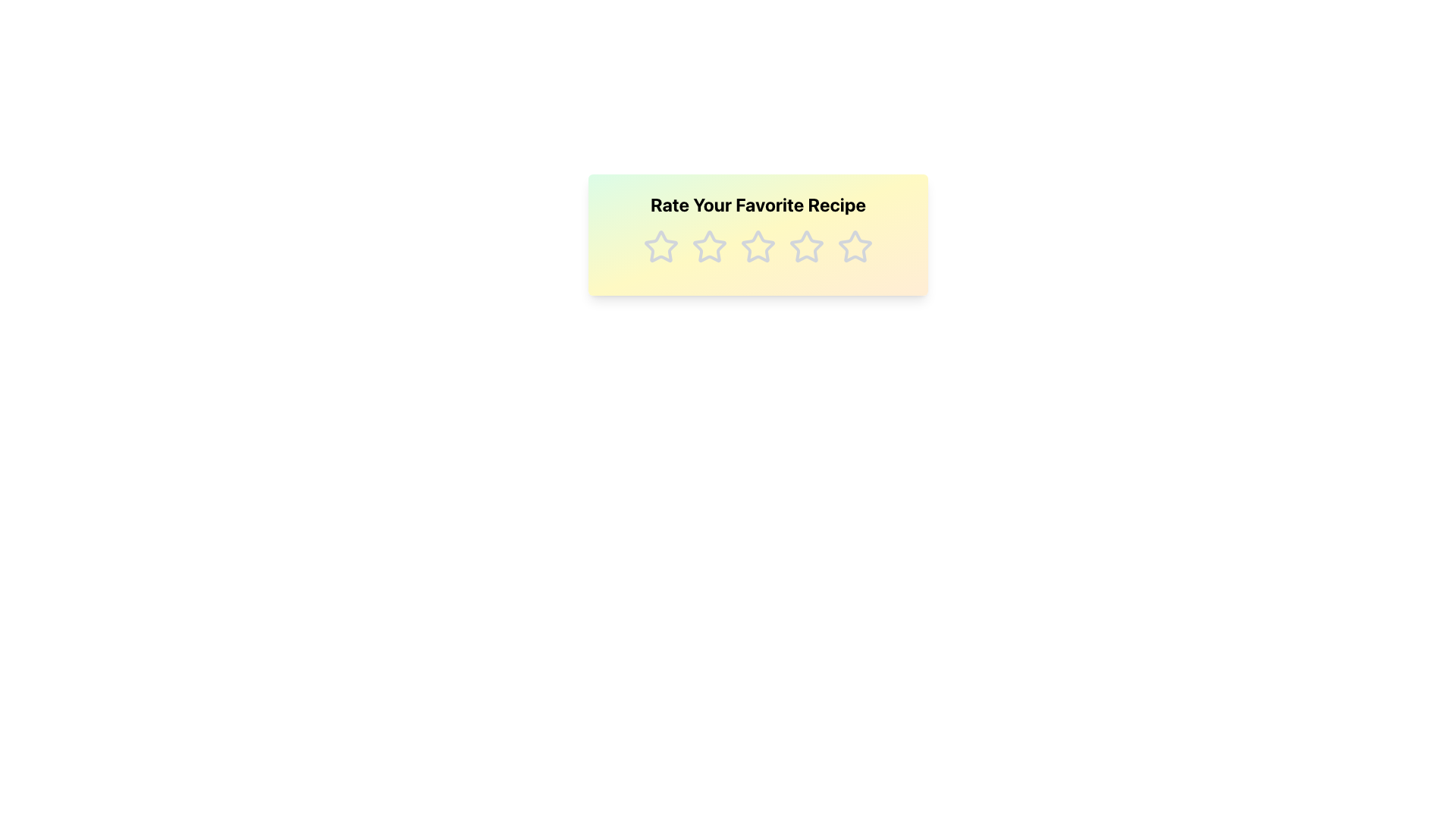 The image size is (1456, 819). What do you see at coordinates (660, 245) in the screenshot?
I see `the first star icon in the rating system located beneath the 'Rate Your Favorite Recipe' label` at bounding box center [660, 245].